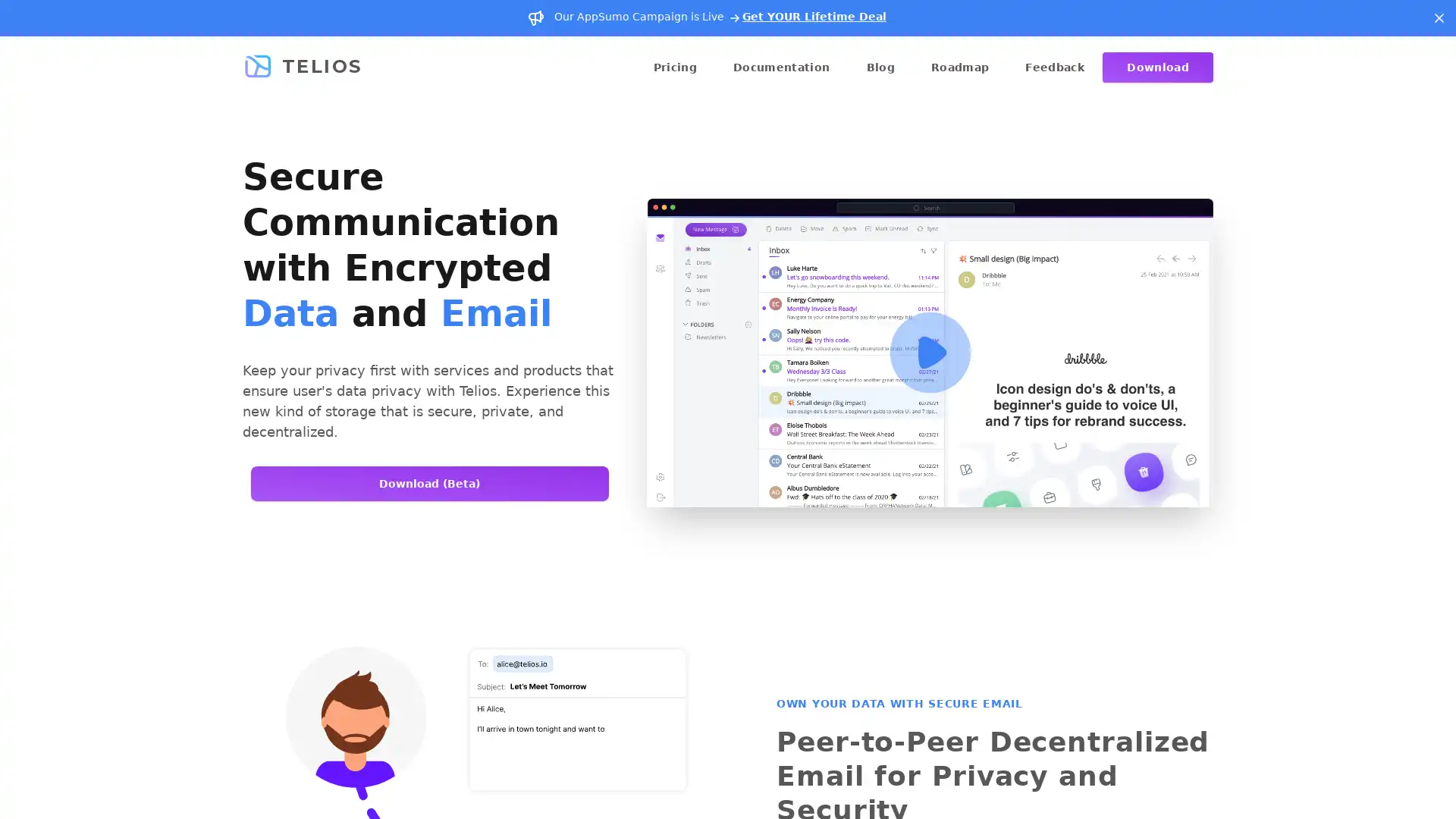  What do you see at coordinates (1438, 17) in the screenshot?
I see `Dismiss` at bounding box center [1438, 17].